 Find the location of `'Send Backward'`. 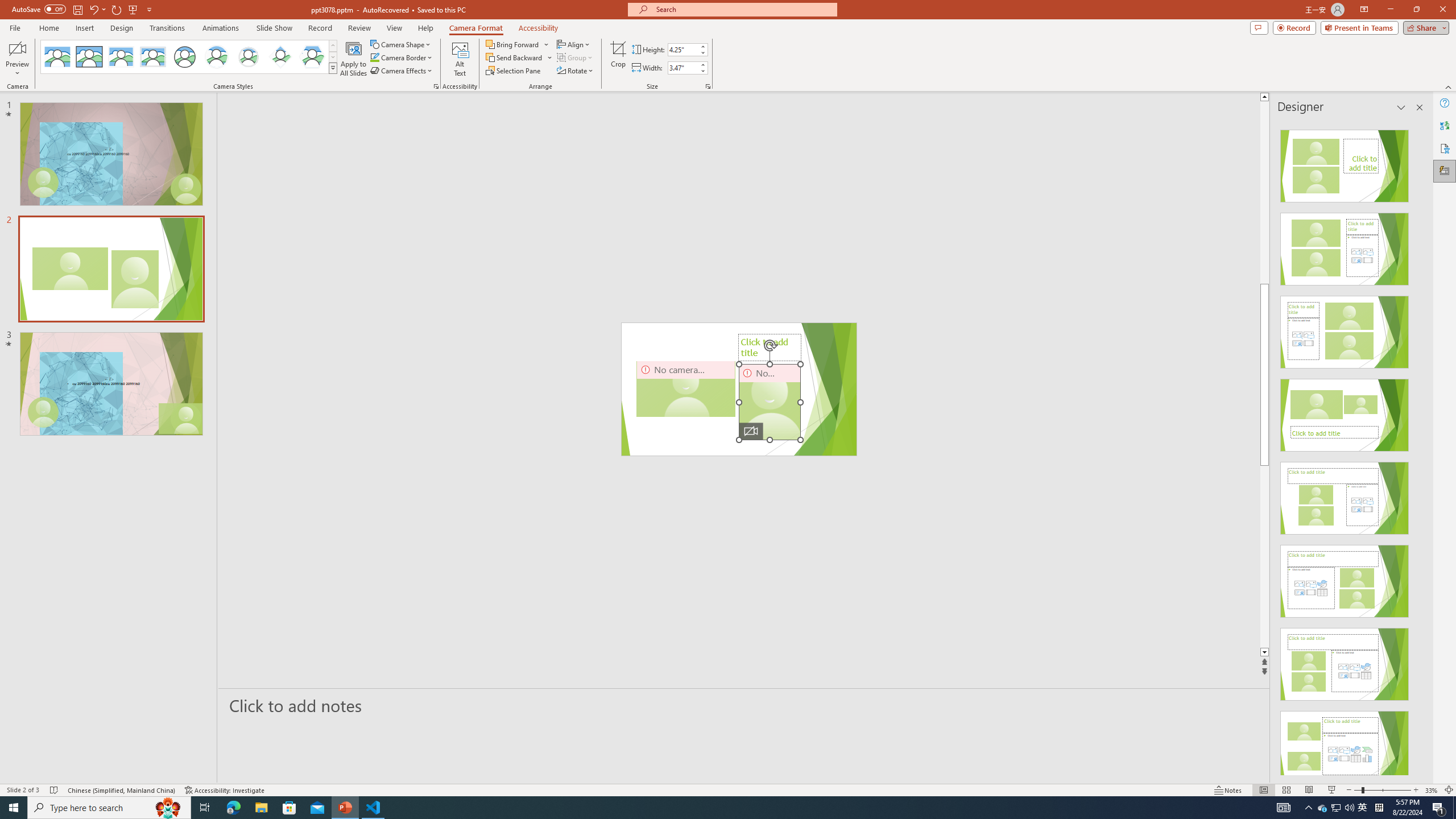

'Send Backward' is located at coordinates (519, 56).